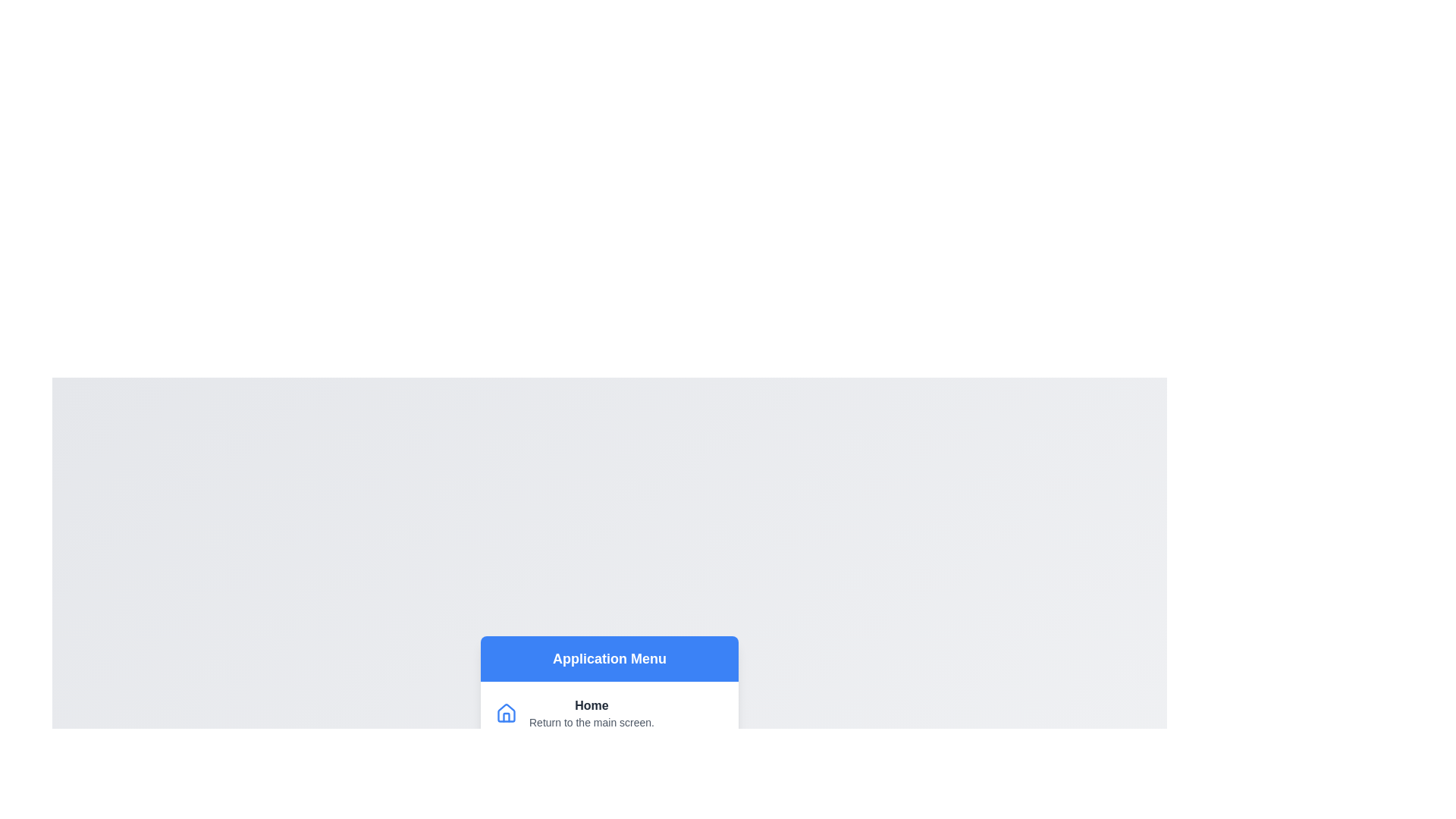 This screenshot has width=1456, height=819. Describe the element at coordinates (610, 657) in the screenshot. I see `the menu header labeled 'Application Menu'` at that location.